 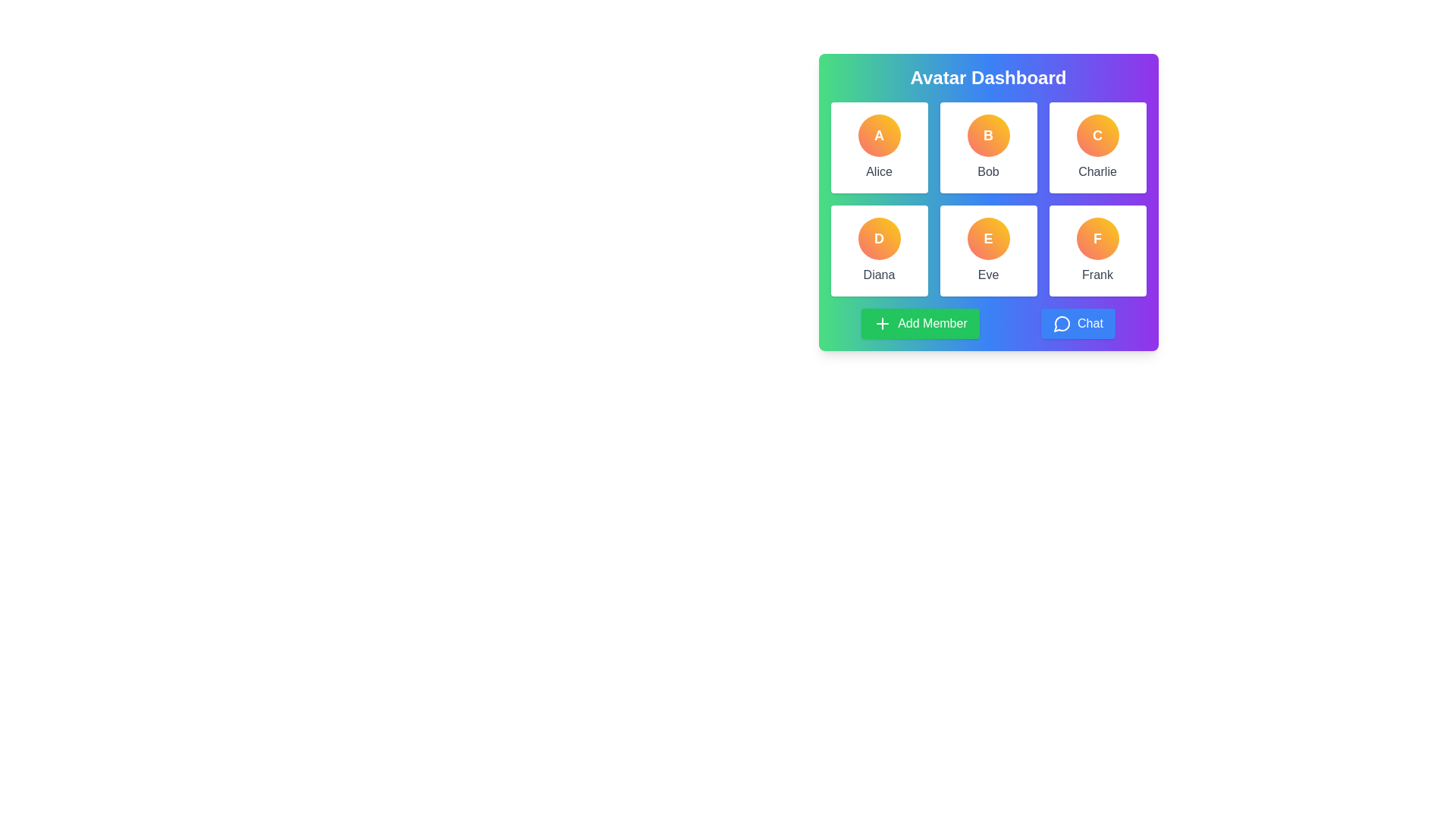 What do you see at coordinates (1077, 323) in the screenshot?
I see `the 'Chat' button, which is the second button in a horizontal row at the bottom of the dashboard, located to the right of the 'Add Member' button` at bounding box center [1077, 323].